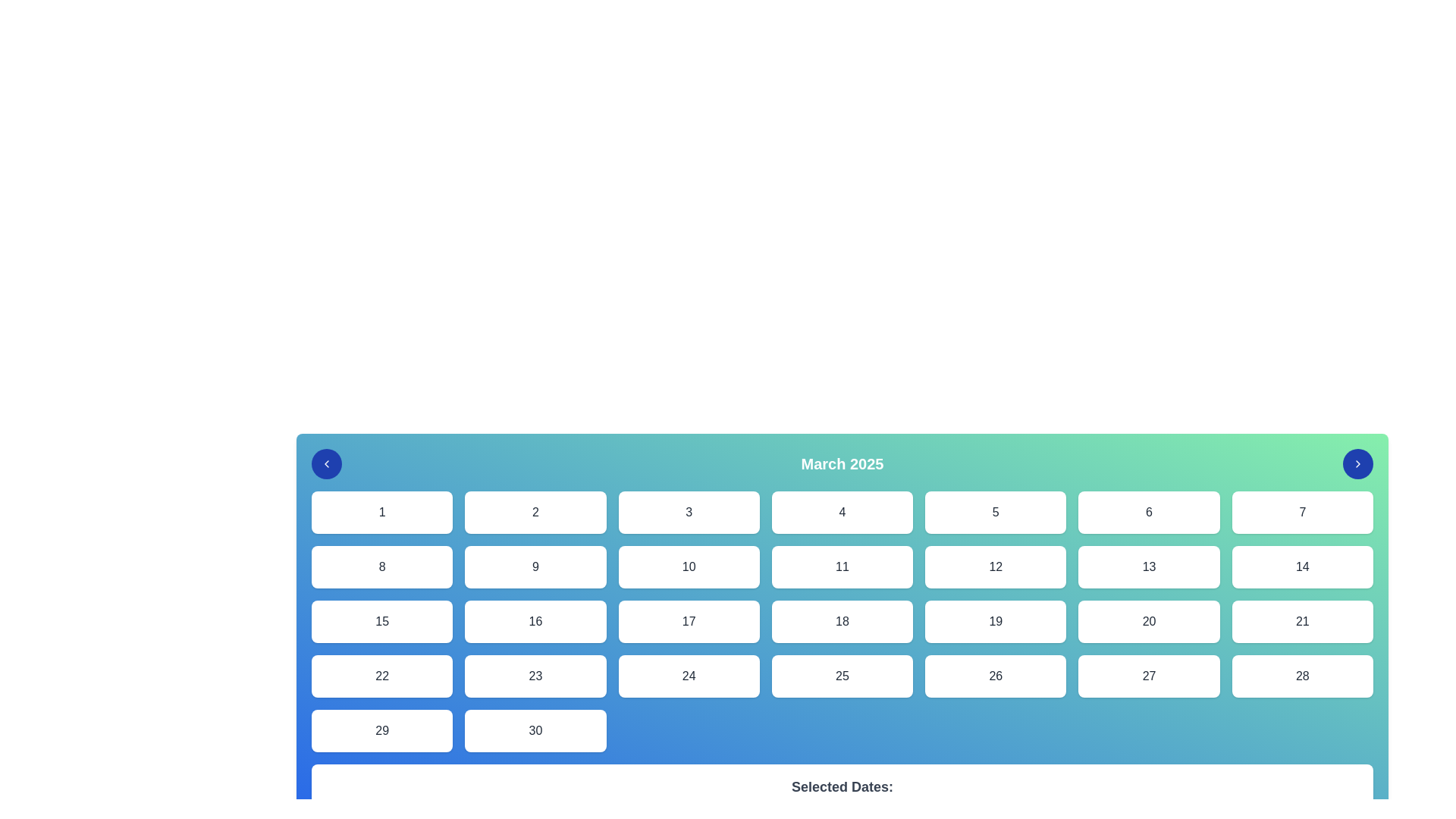 The width and height of the screenshot is (1456, 819). What do you see at coordinates (841, 675) in the screenshot?
I see `the calendar date button labeled '25'` at bounding box center [841, 675].